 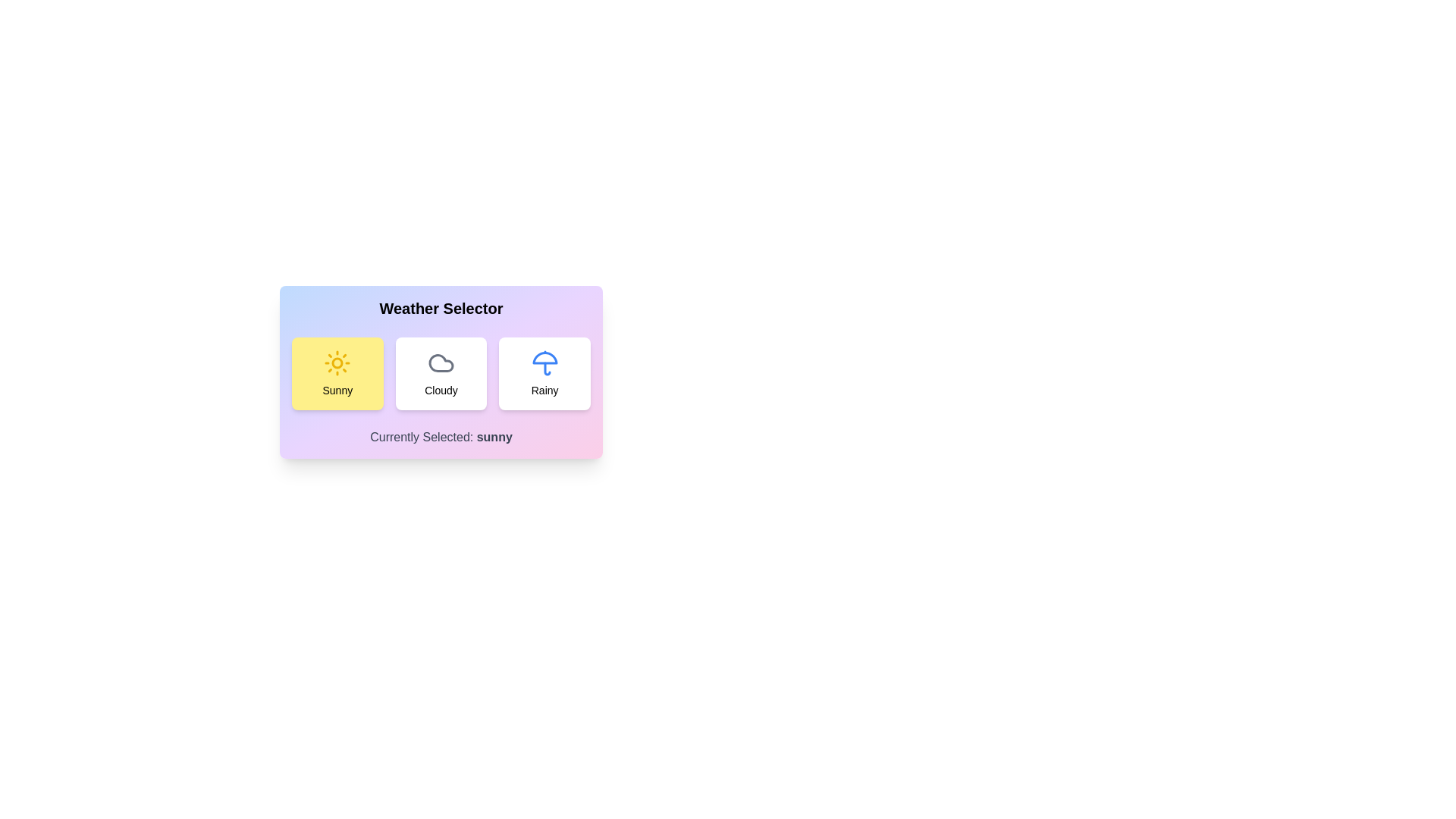 What do you see at coordinates (544, 374) in the screenshot?
I see `the weather option Rainy by clicking its corresponding button` at bounding box center [544, 374].